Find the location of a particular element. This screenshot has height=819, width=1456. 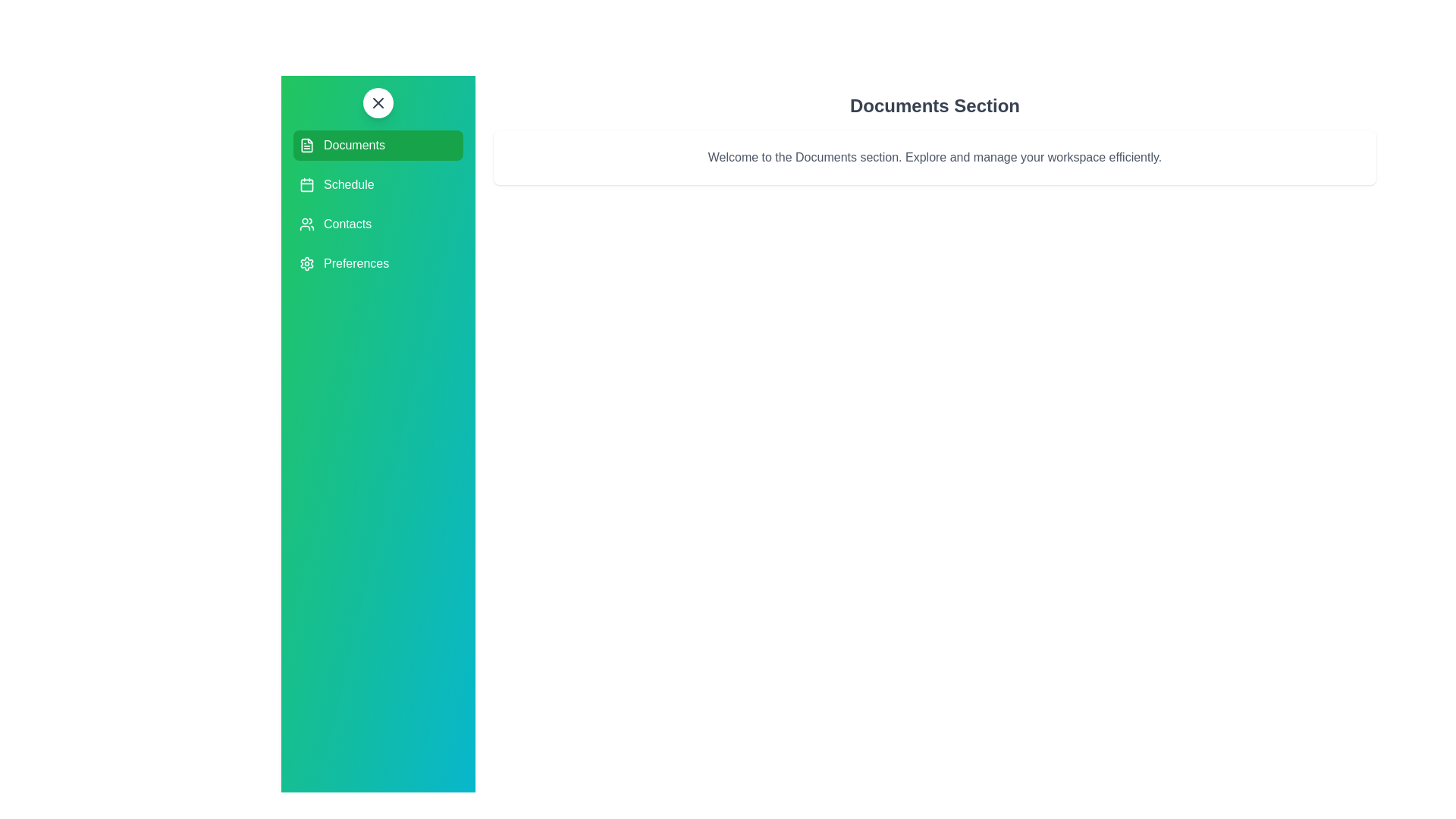

the Schedule section to select it is located at coordinates (378, 184).